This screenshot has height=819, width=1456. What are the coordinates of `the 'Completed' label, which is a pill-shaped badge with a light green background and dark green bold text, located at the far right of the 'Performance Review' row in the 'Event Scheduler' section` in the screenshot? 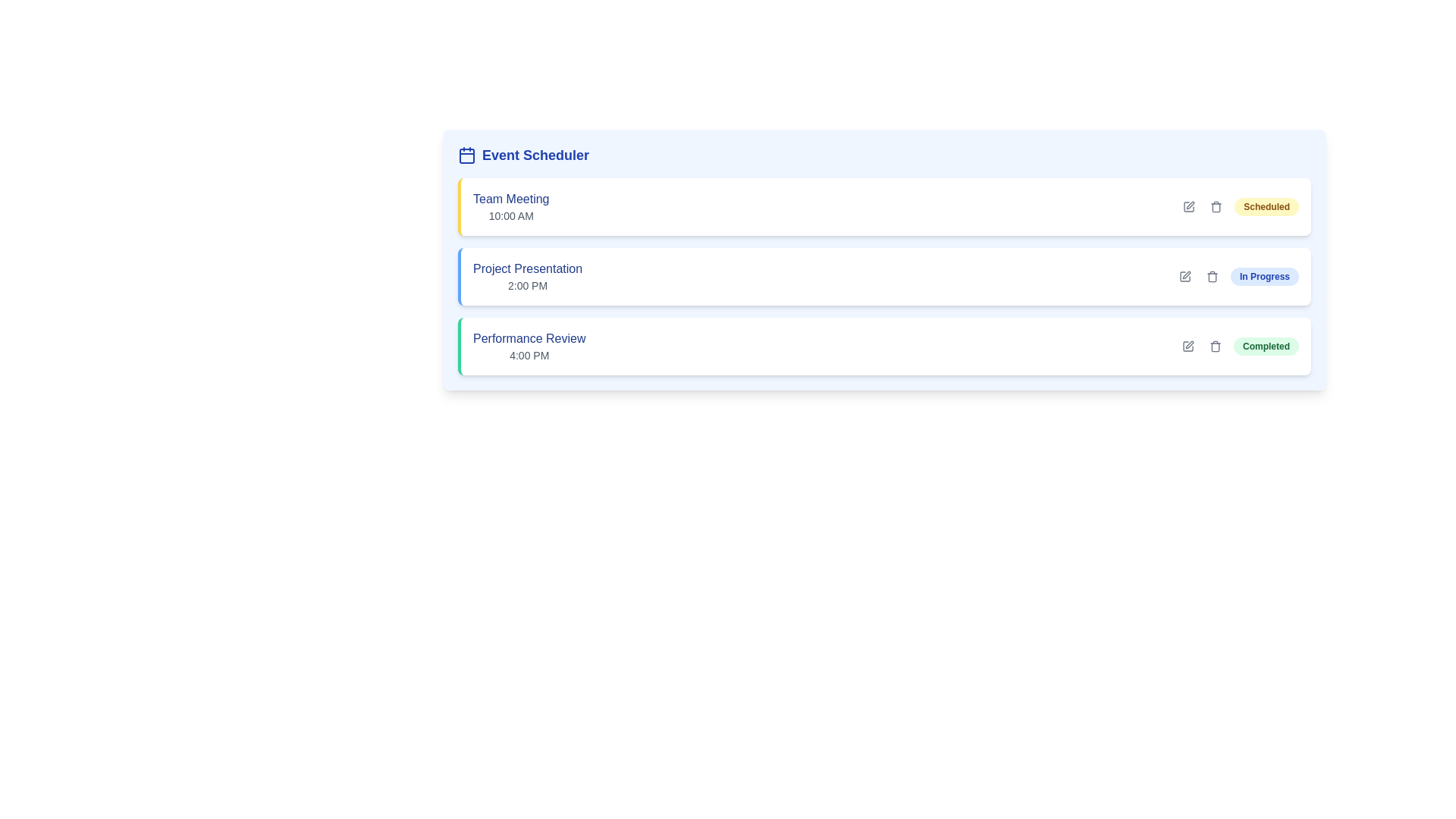 It's located at (1266, 346).